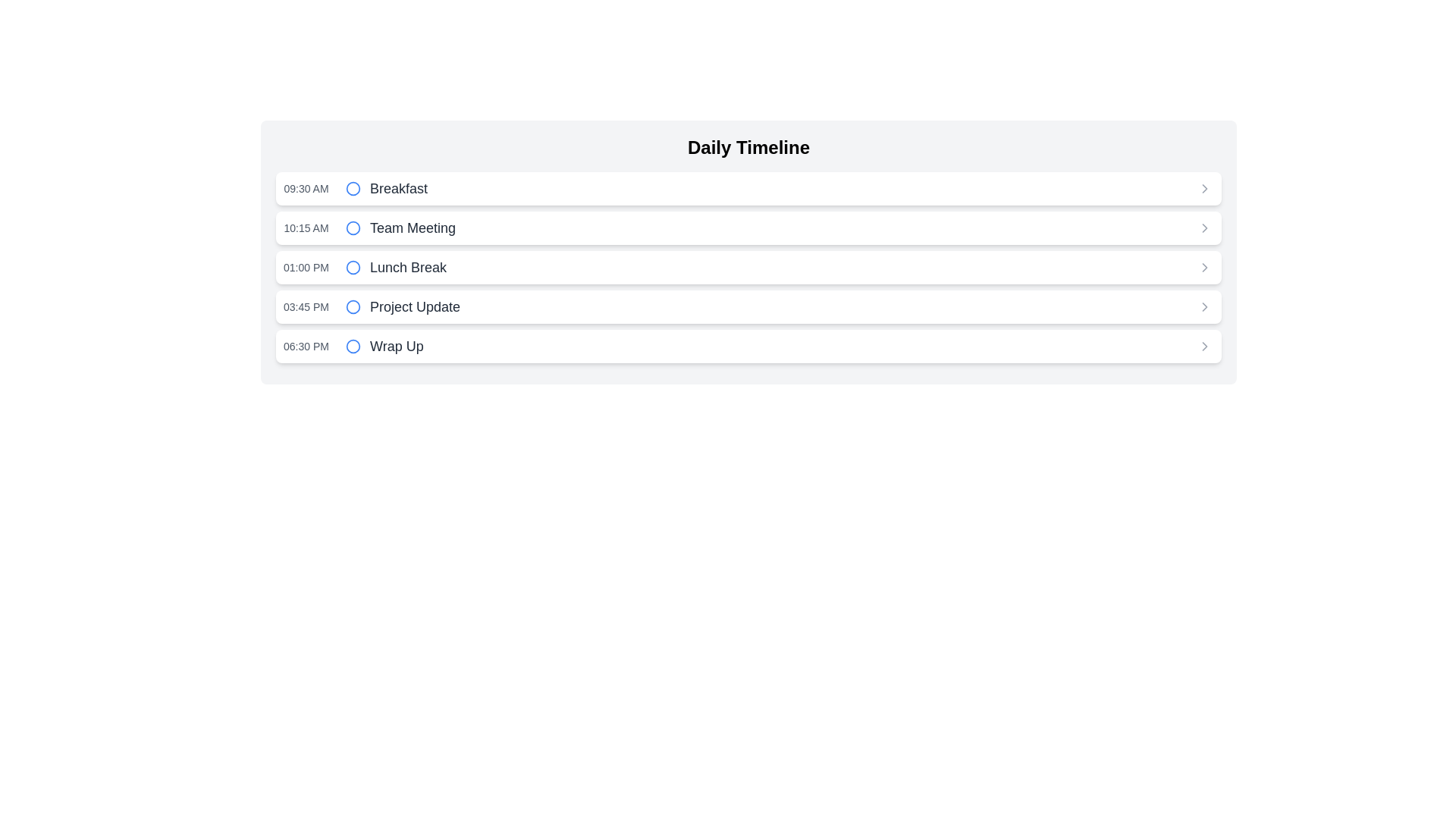  Describe the element at coordinates (397, 346) in the screenshot. I see `static text element titled 'Wrap Up' located in the '06:30 PM' row of the timeline interface, which is positioned right-aligned to the circular icon` at that location.